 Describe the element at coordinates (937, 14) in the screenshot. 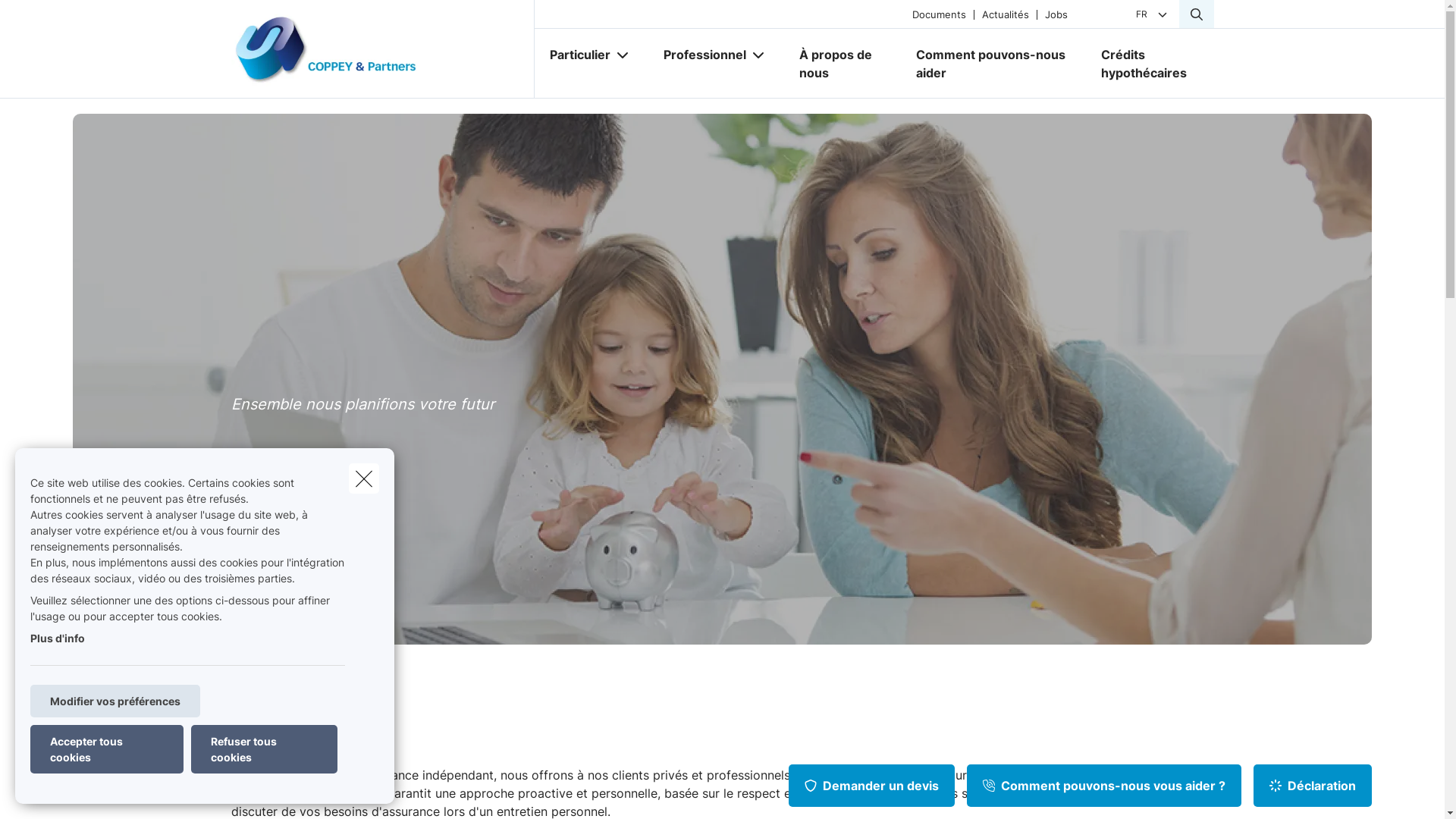

I see `'Documents'` at that location.